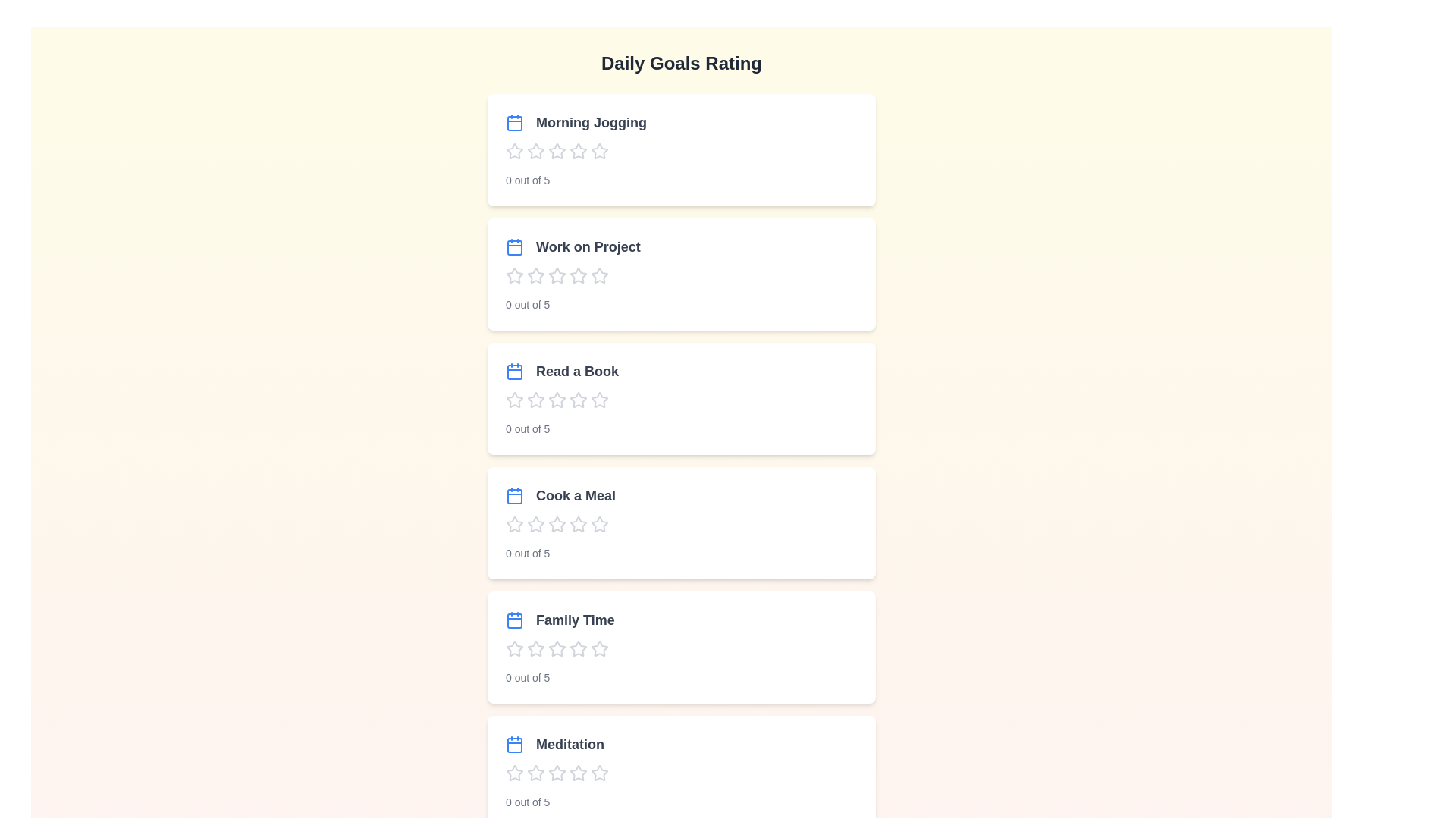  I want to click on the goal title corresponding to Meditation, so click(554, 744).